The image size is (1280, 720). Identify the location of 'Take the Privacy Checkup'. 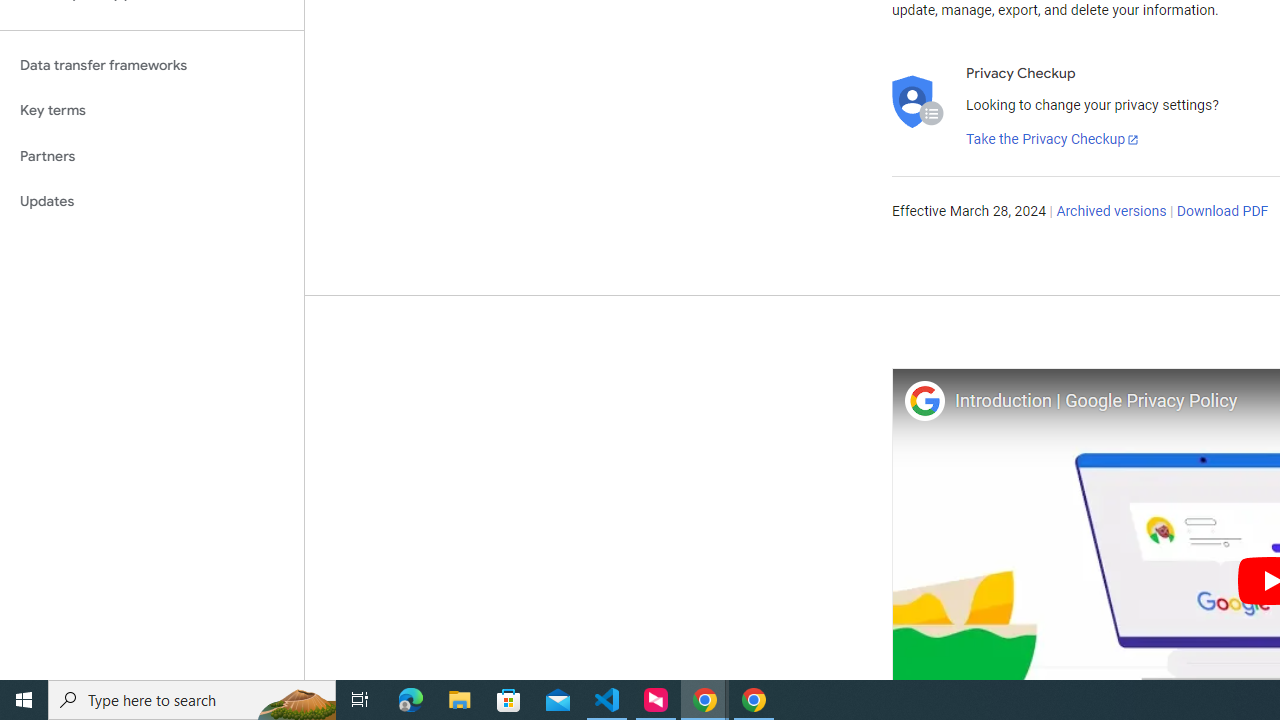
(1052, 139).